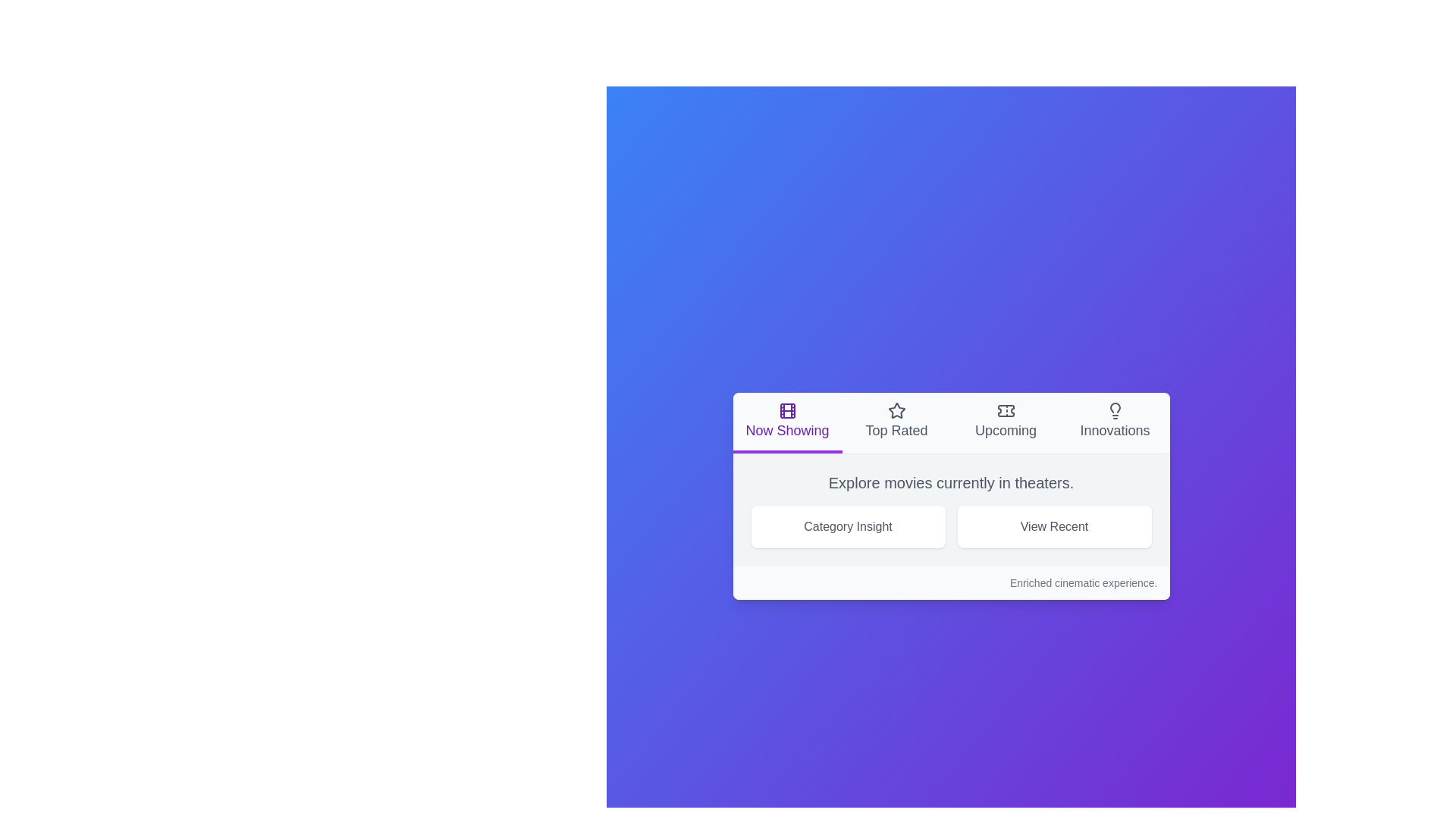  Describe the element at coordinates (1006, 422) in the screenshot. I see `the 'Upcoming' button located in the horizontal navigation bar, which is positioned between the 'Top Rated' and 'Innovations' tabs` at that location.